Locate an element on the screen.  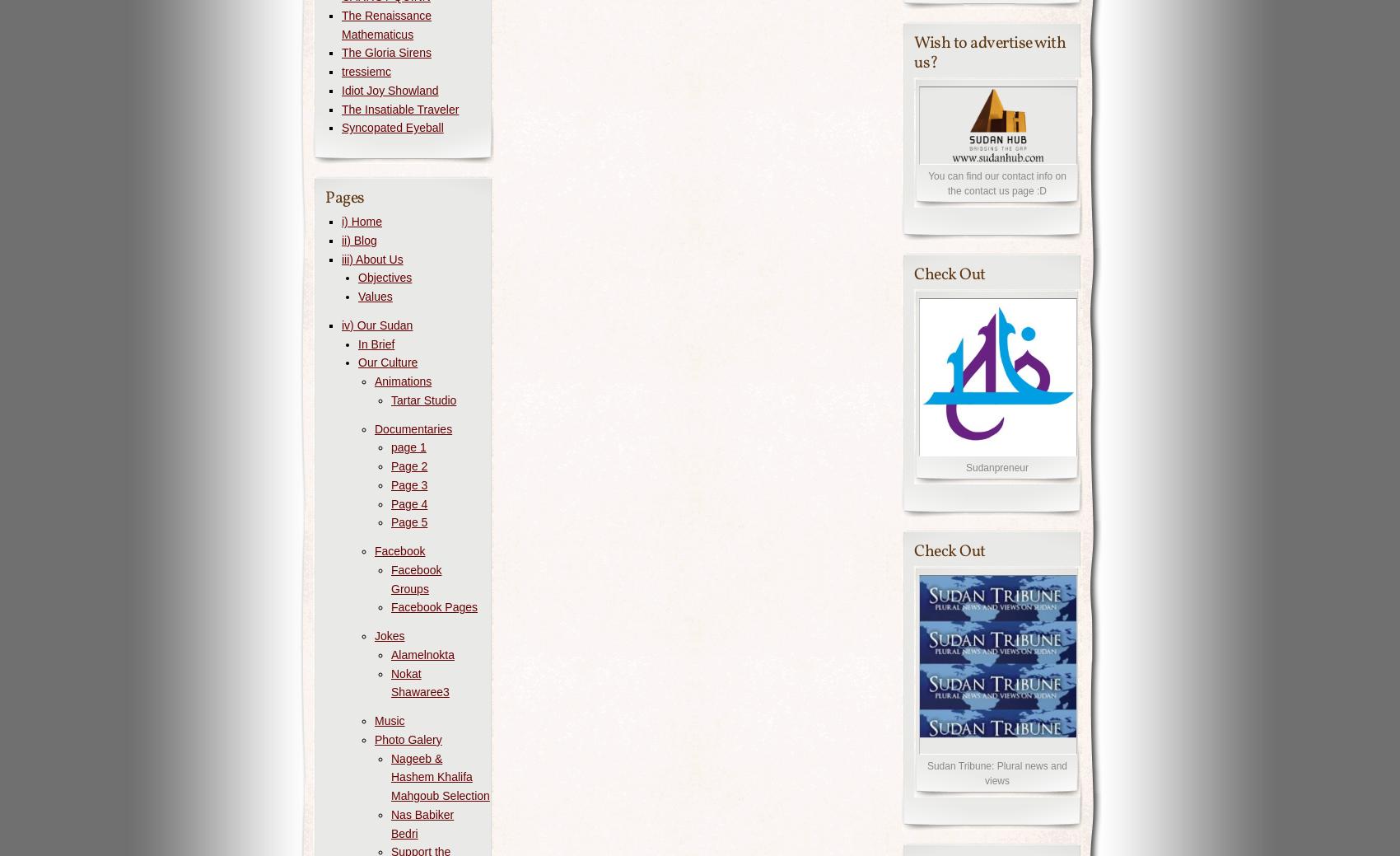
'iii) About Us' is located at coordinates (340, 258).